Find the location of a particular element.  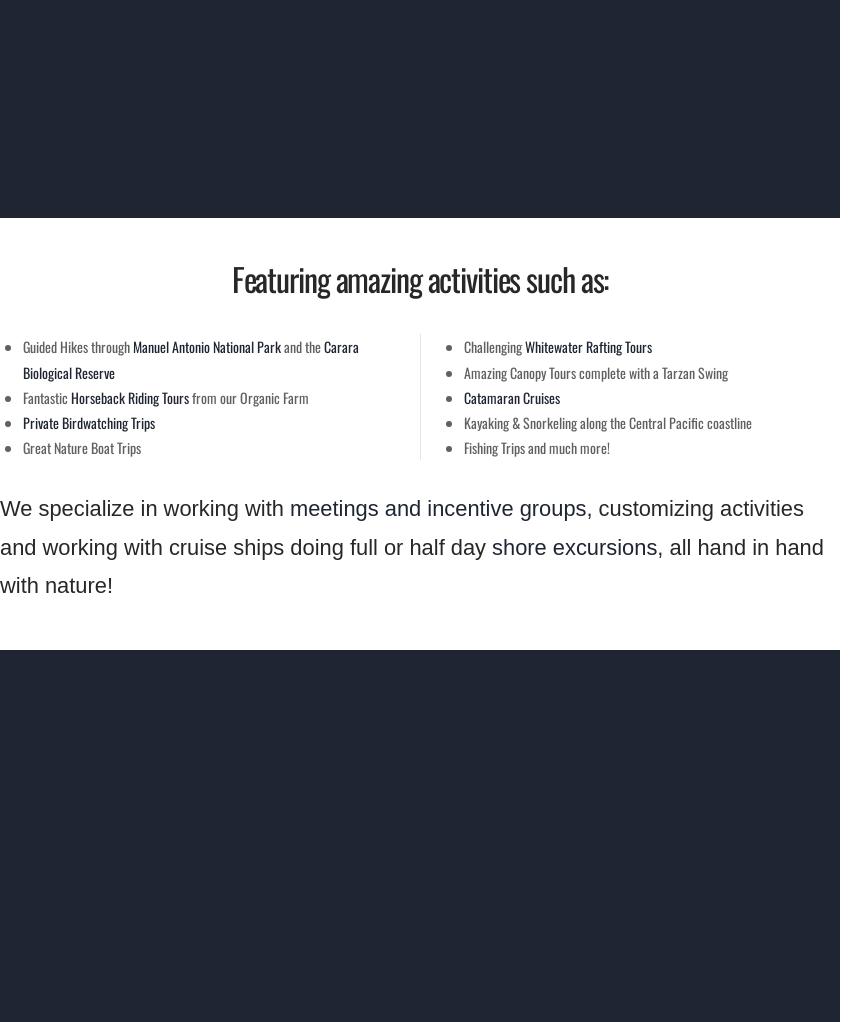

'Fishing Trips and much more!' is located at coordinates (537, 446).